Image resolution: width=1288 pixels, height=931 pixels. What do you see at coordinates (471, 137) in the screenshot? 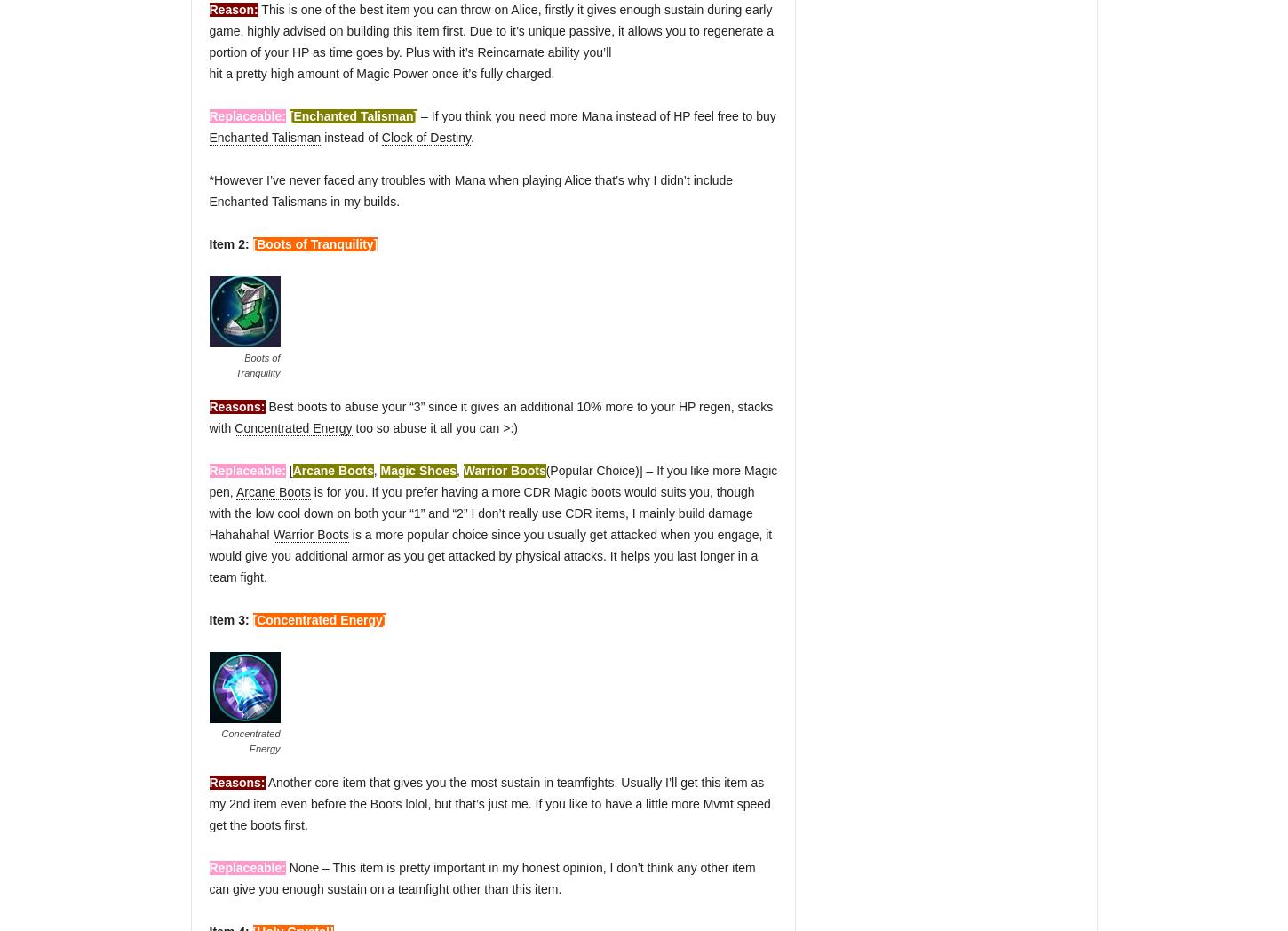
I see `'.'` at bounding box center [471, 137].